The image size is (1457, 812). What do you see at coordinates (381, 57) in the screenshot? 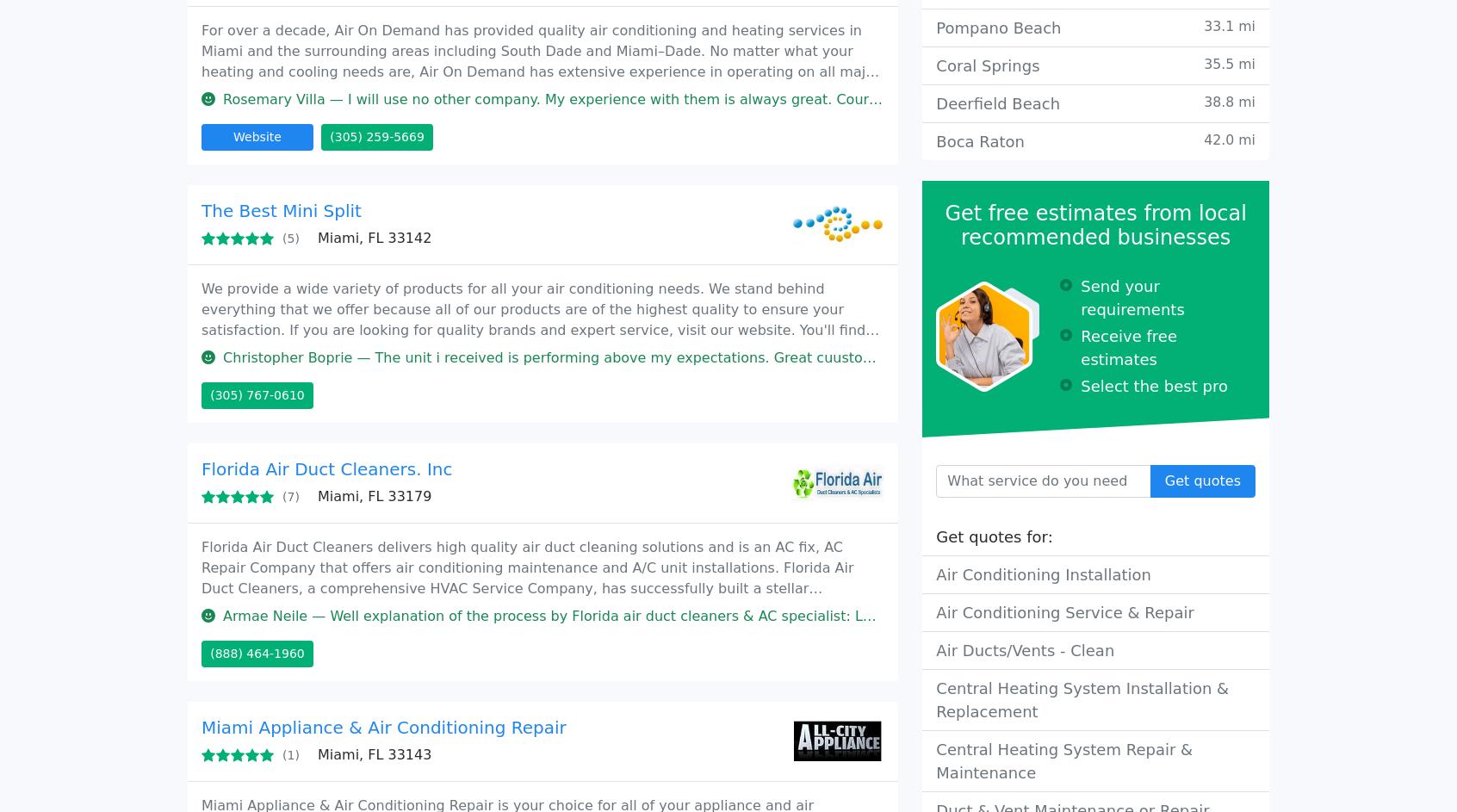
I see `'Miami, FL 33168'` at bounding box center [381, 57].